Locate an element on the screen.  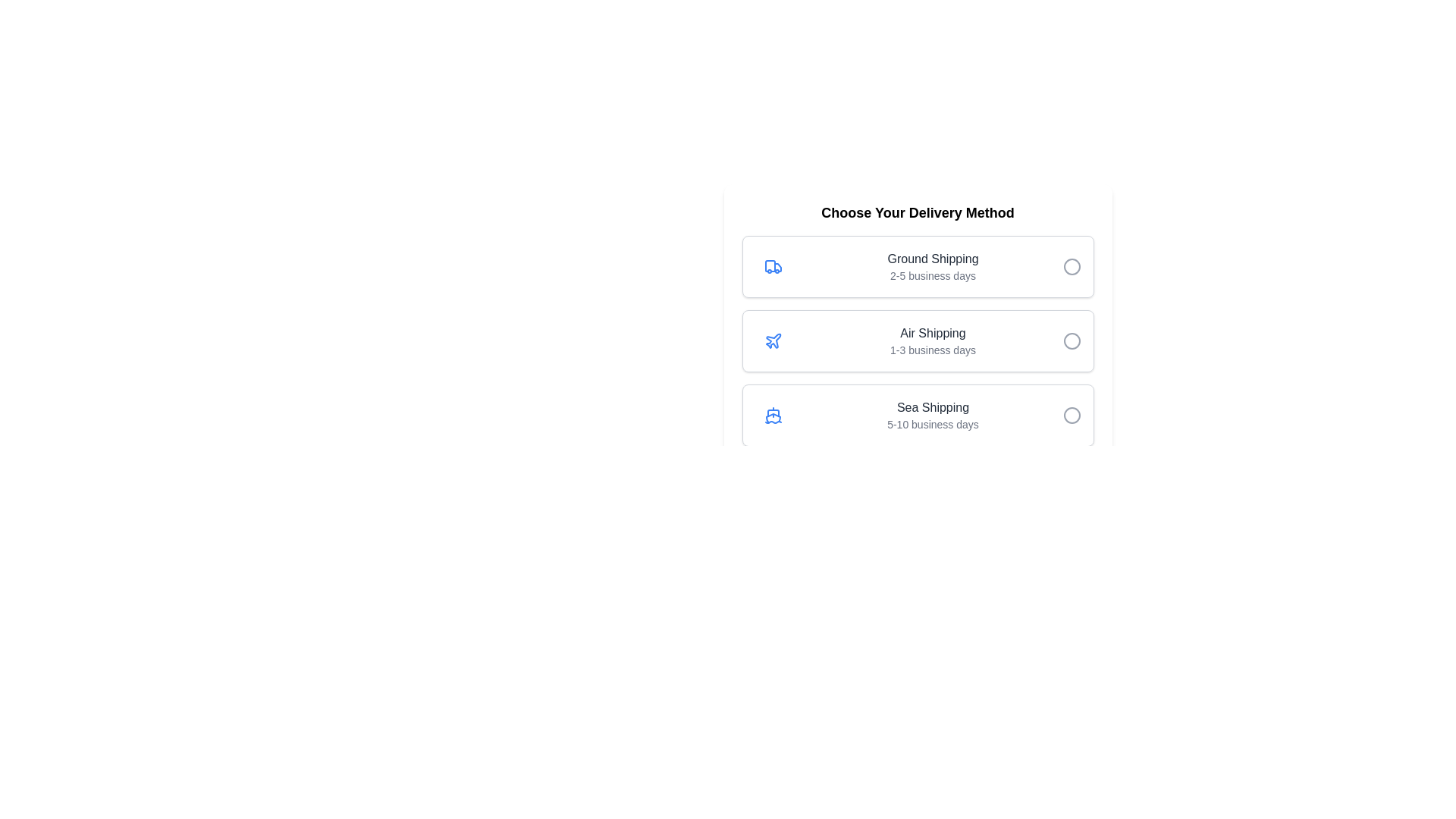
the appearance of the 'Sea Shipping' delivery method icon located in the delivery method selection menu, positioned to the left of the text description is located at coordinates (773, 415).